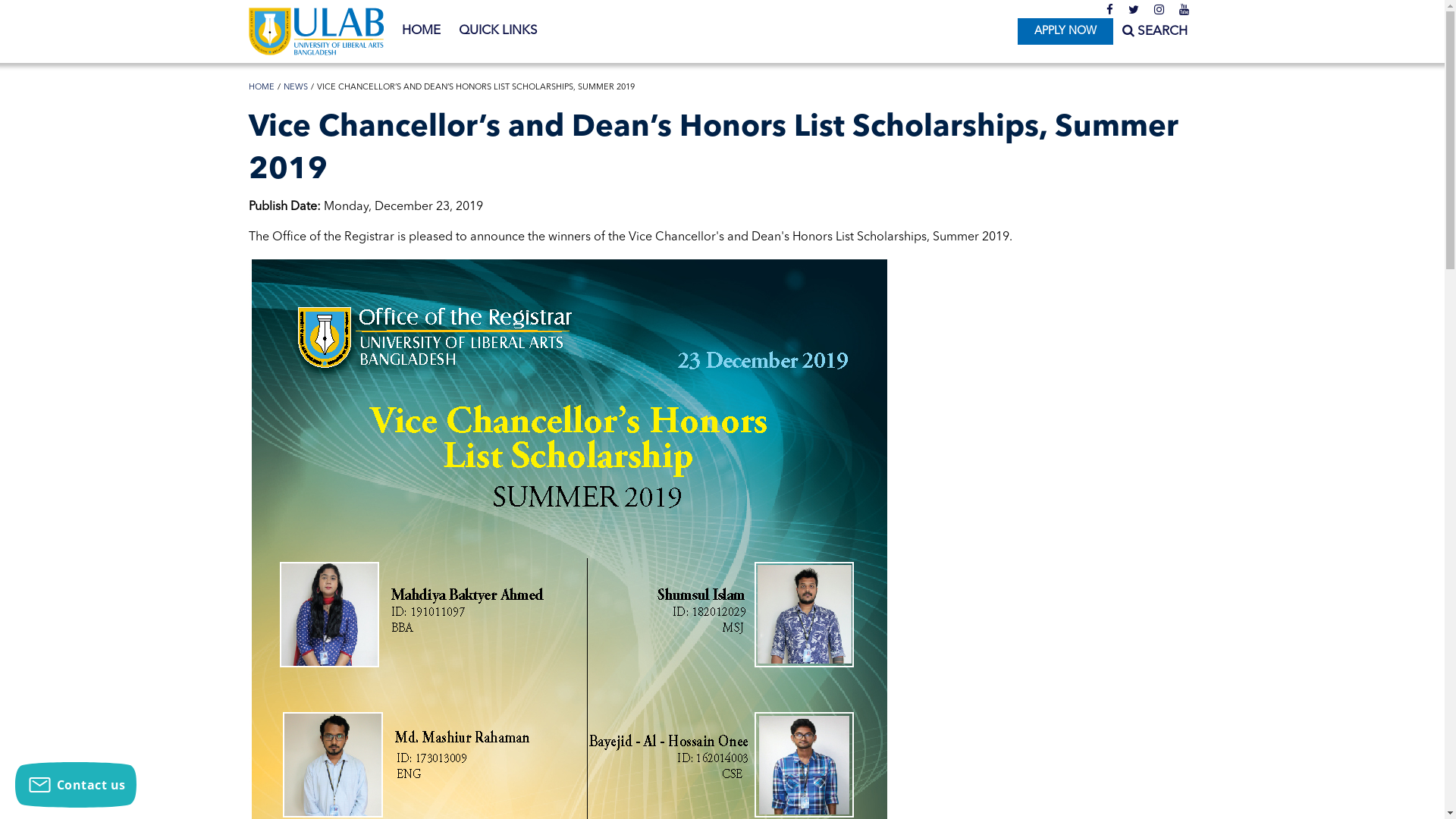 This screenshot has height=819, width=1456. Describe the element at coordinates (262, 87) in the screenshot. I see `'HOME'` at that location.